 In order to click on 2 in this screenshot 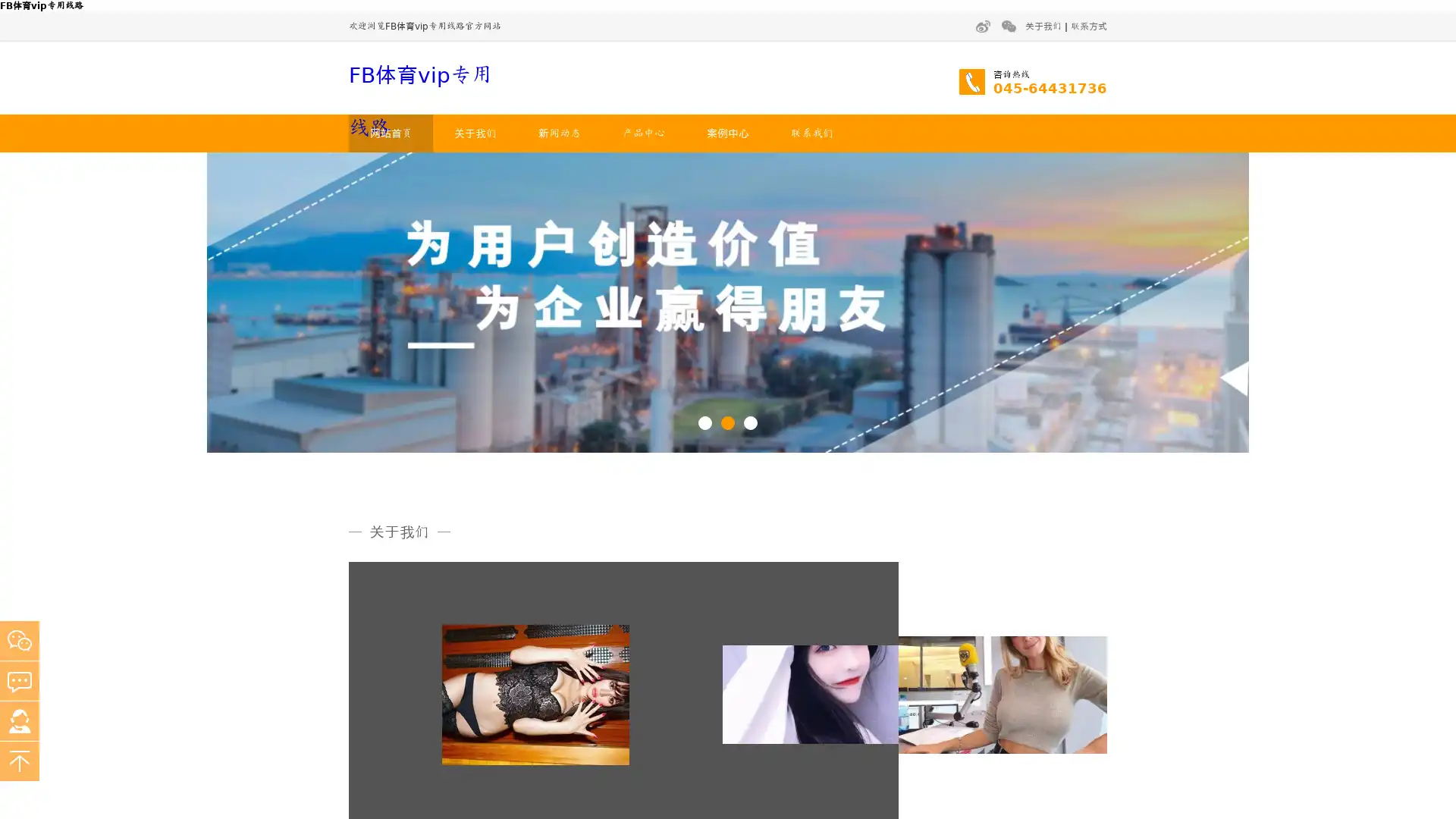, I will do `click(728, 422)`.